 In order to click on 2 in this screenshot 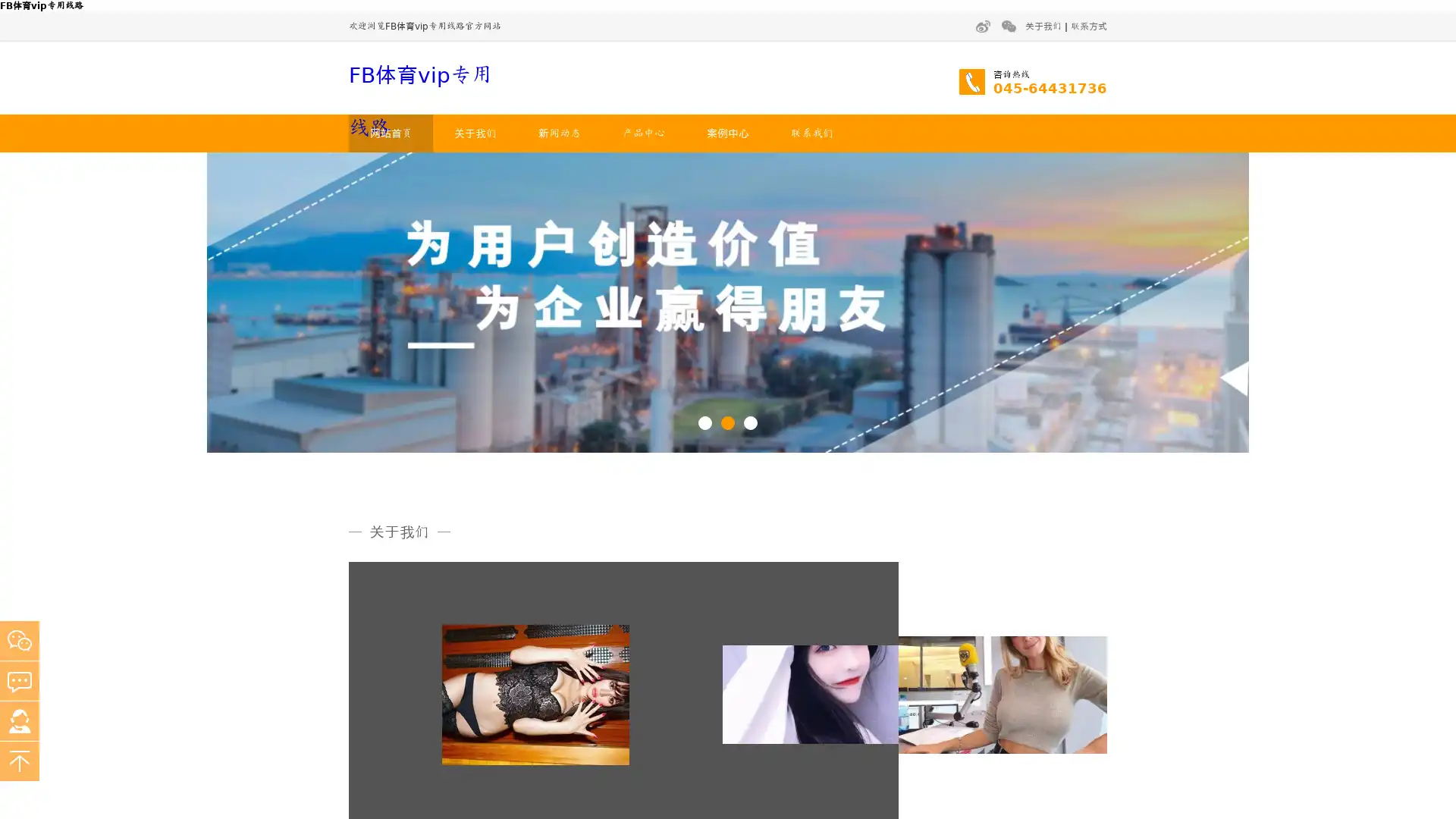, I will do `click(728, 422)`.